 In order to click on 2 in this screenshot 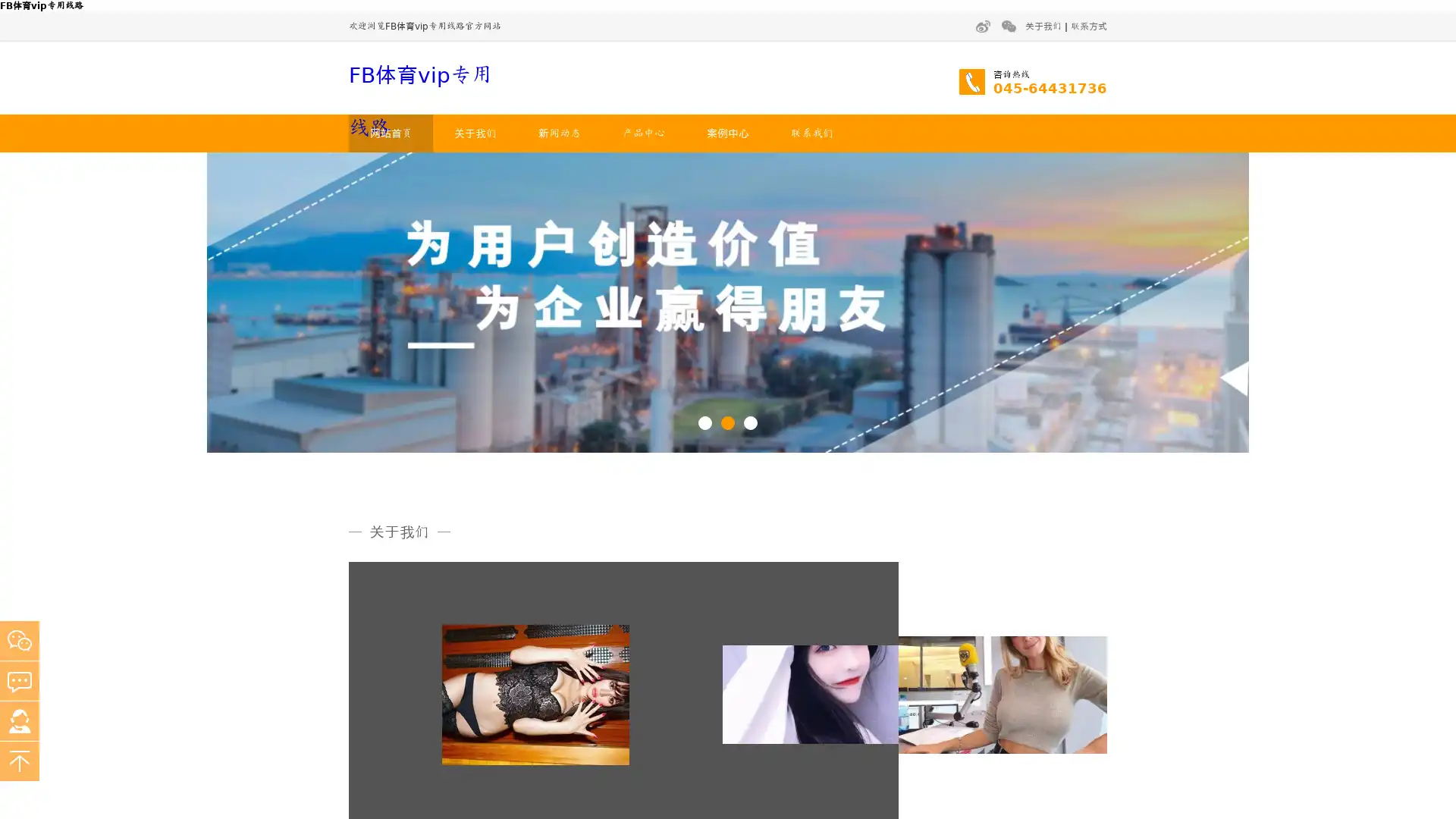, I will do `click(728, 422)`.